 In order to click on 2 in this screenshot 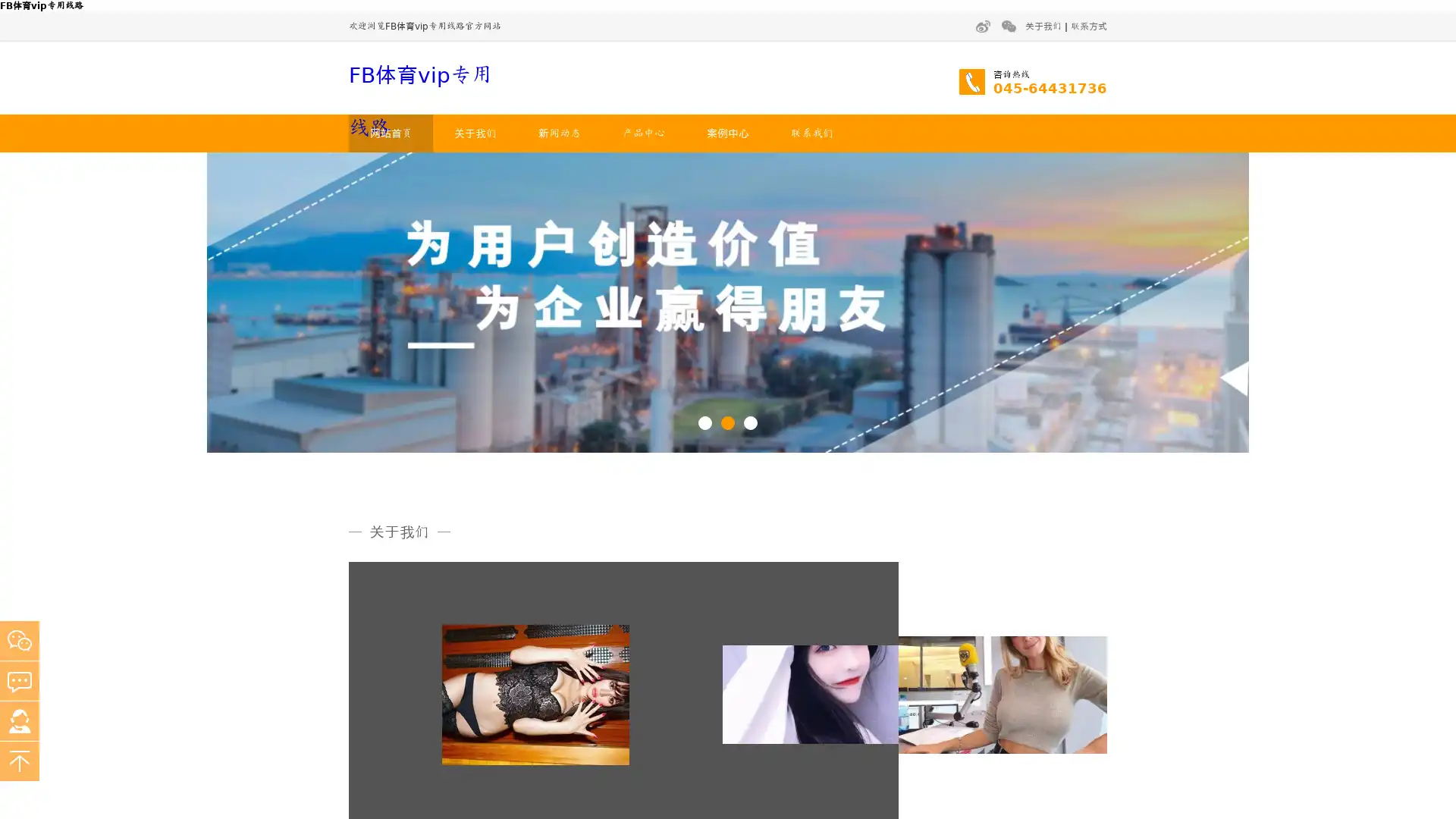, I will do `click(728, 422)`.